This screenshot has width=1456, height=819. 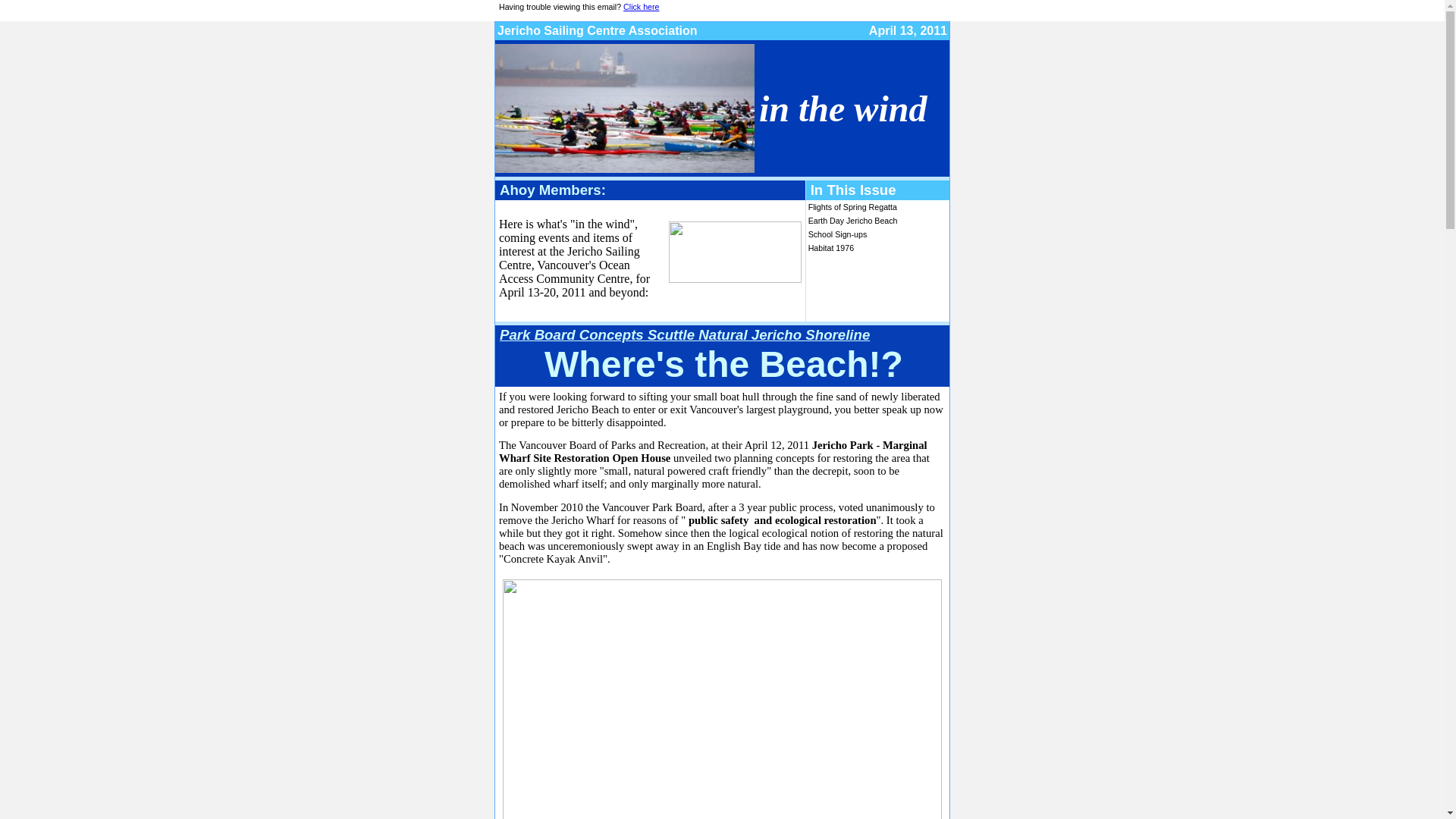 I want to click on 'Habitat 1976', so click(x=830, y=247).